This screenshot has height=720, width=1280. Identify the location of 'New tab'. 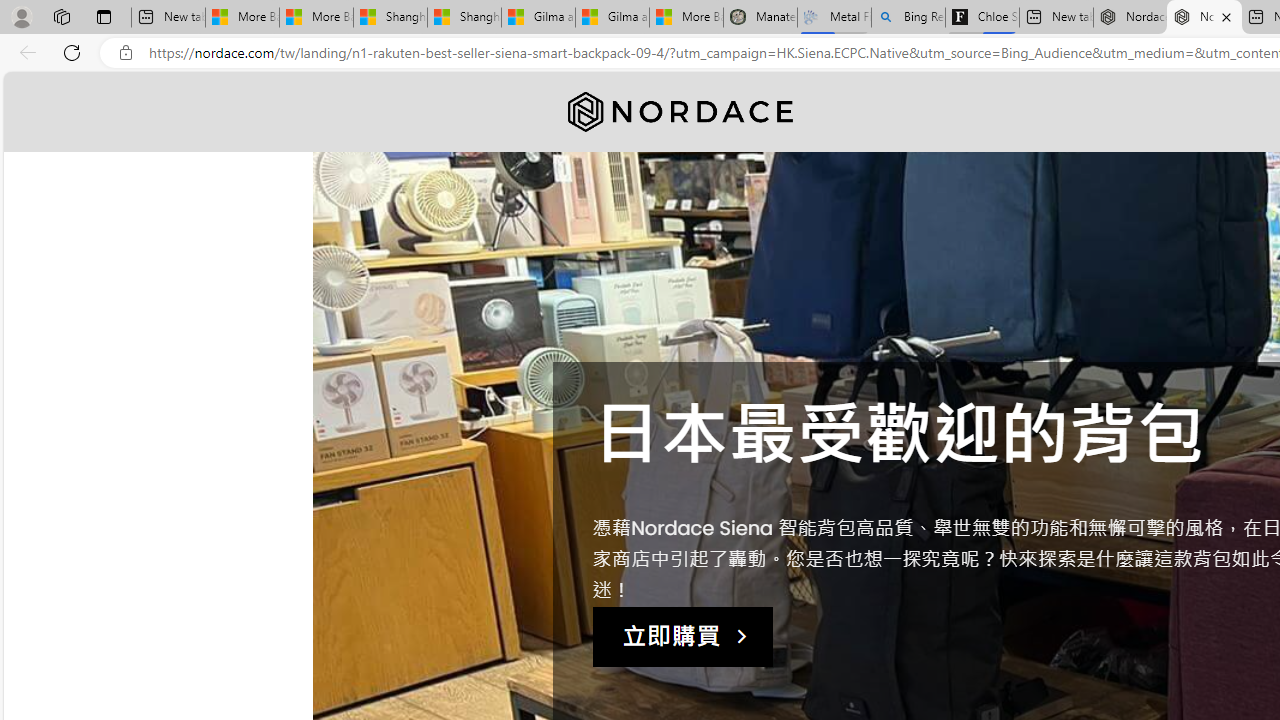
(1055, 17).